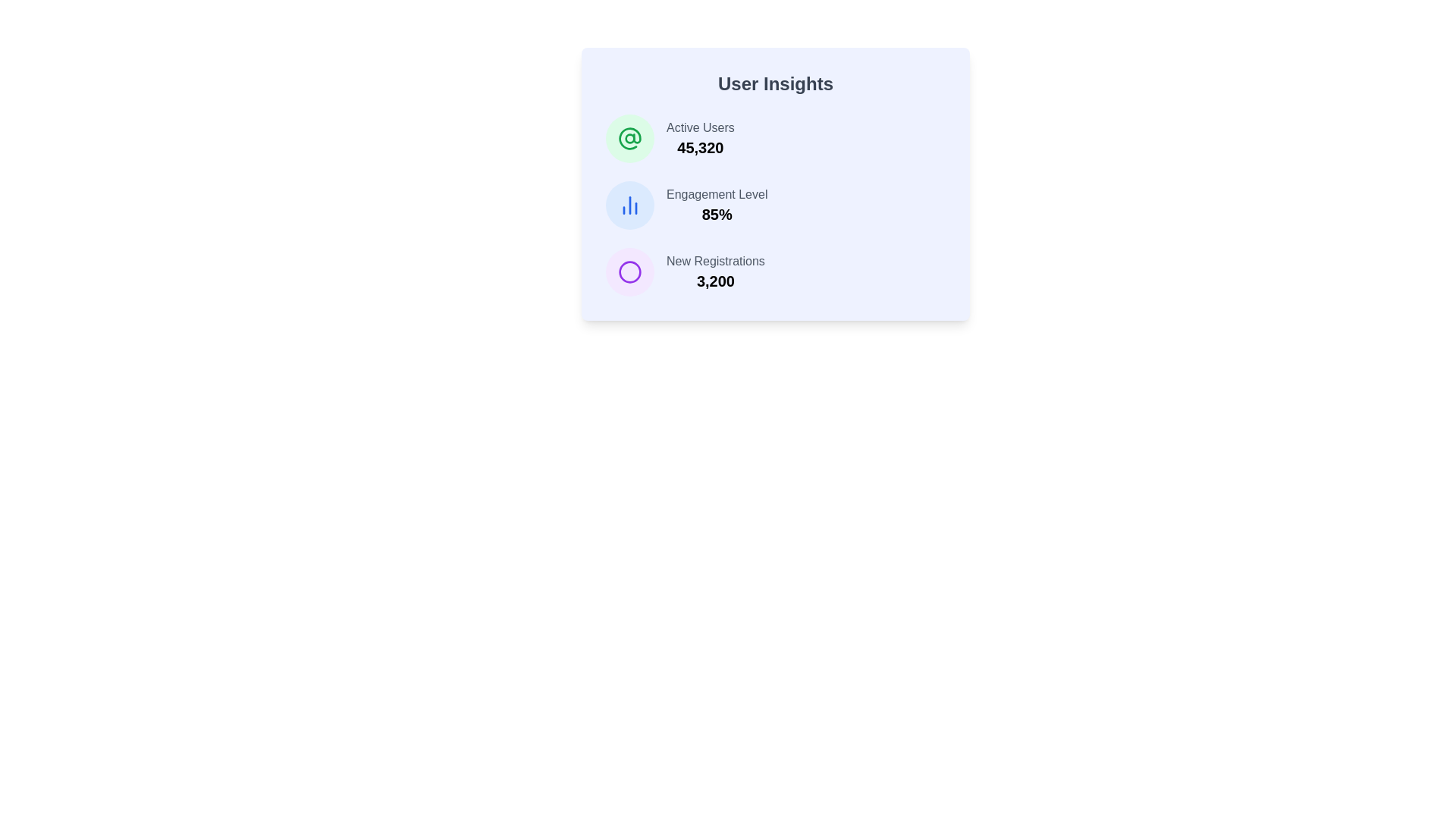 This screenshot has width=1456, height=819. I want to click on the first icon on the top-left of the 'User Insights' section, which serves as a visual representation for user-related information corresponding to the 'Active Users' label, so click(629, 138).